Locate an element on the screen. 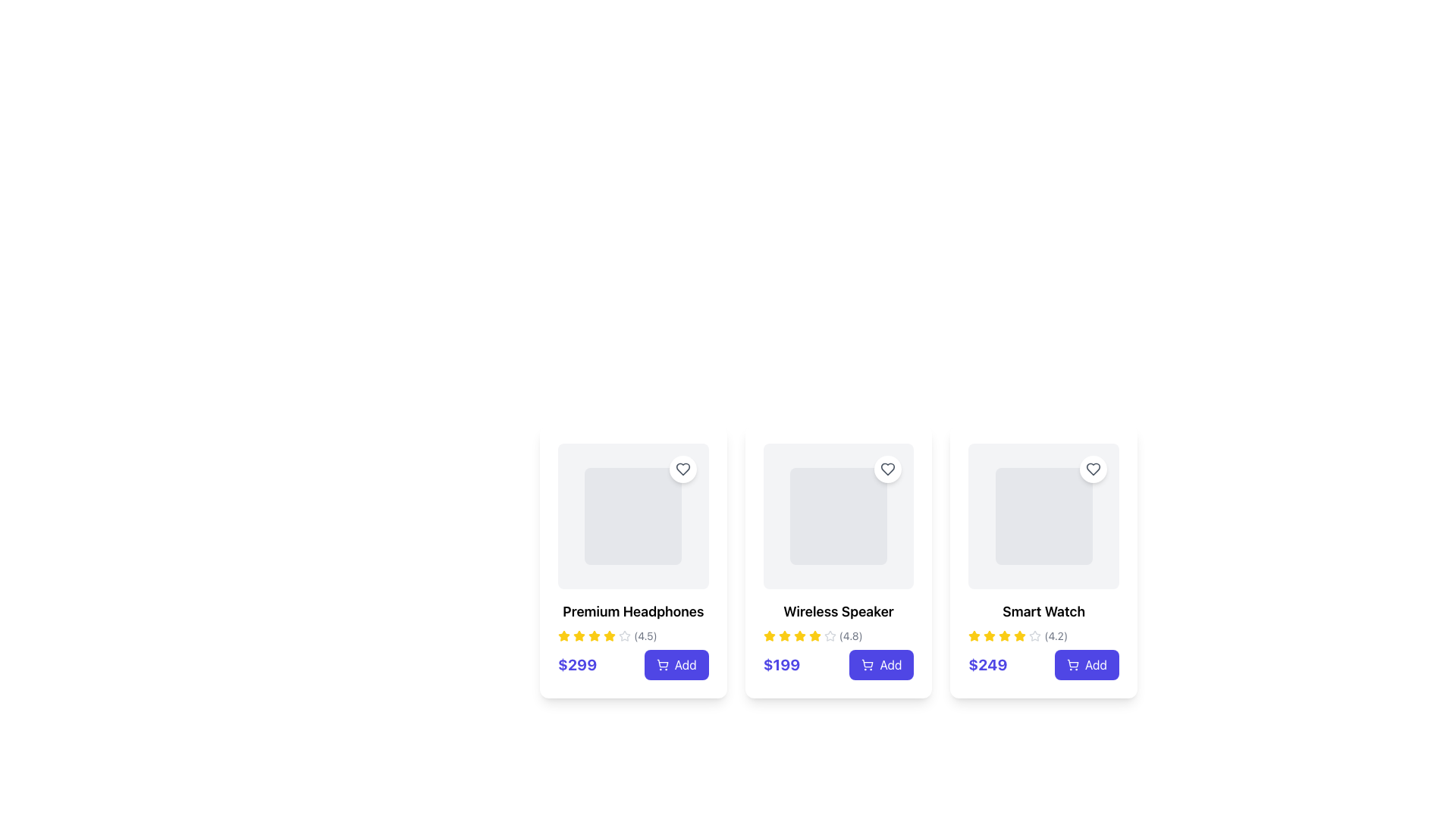  the 'Add' button text label that indicates adding the Smart Watch item to the shopping cart is located at coordinates (1096, 664).